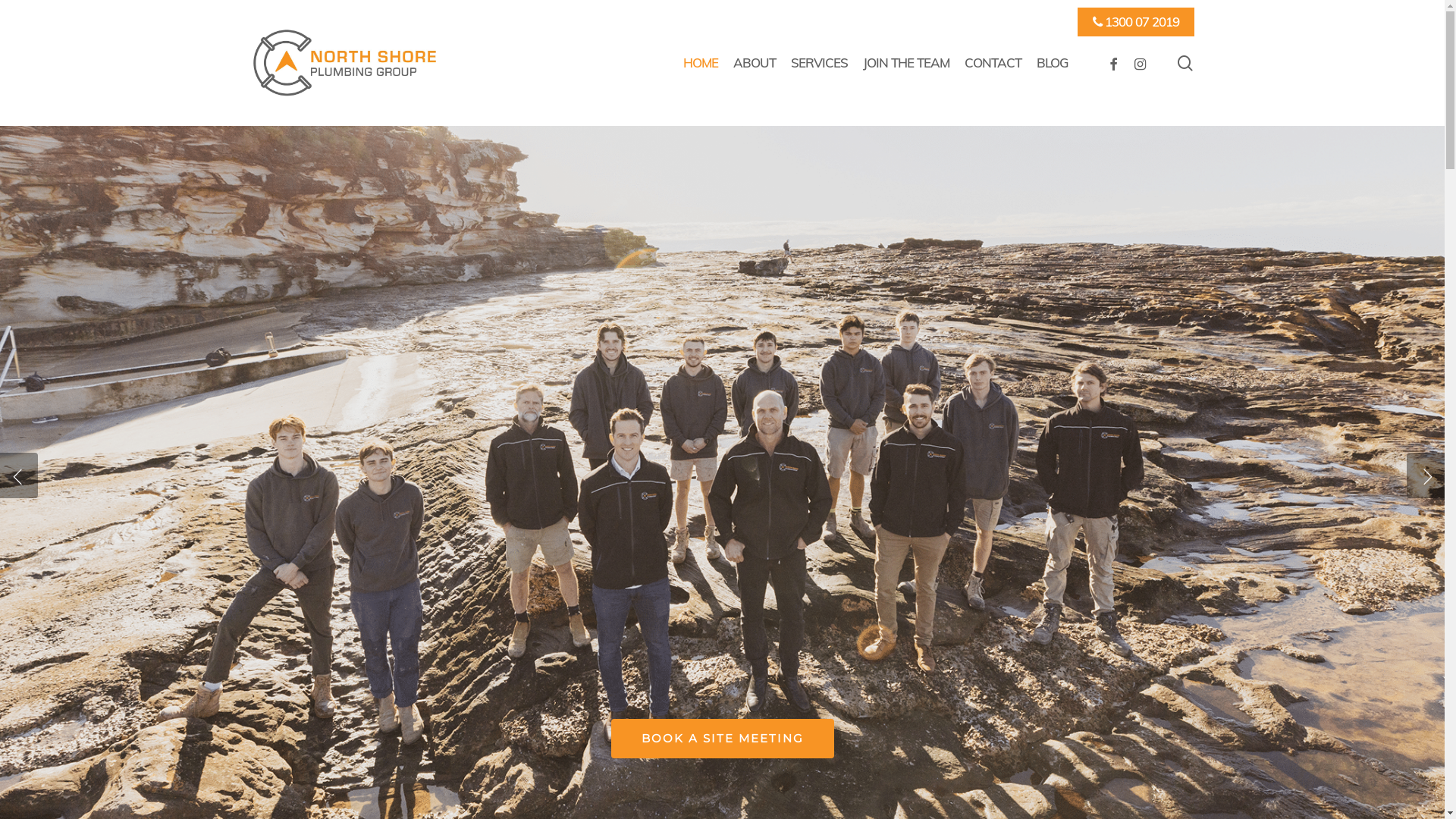 Image resolution: width=1456 pixels, height=819 pixels. I want to click on 'ABOUT', so click(754, 62).